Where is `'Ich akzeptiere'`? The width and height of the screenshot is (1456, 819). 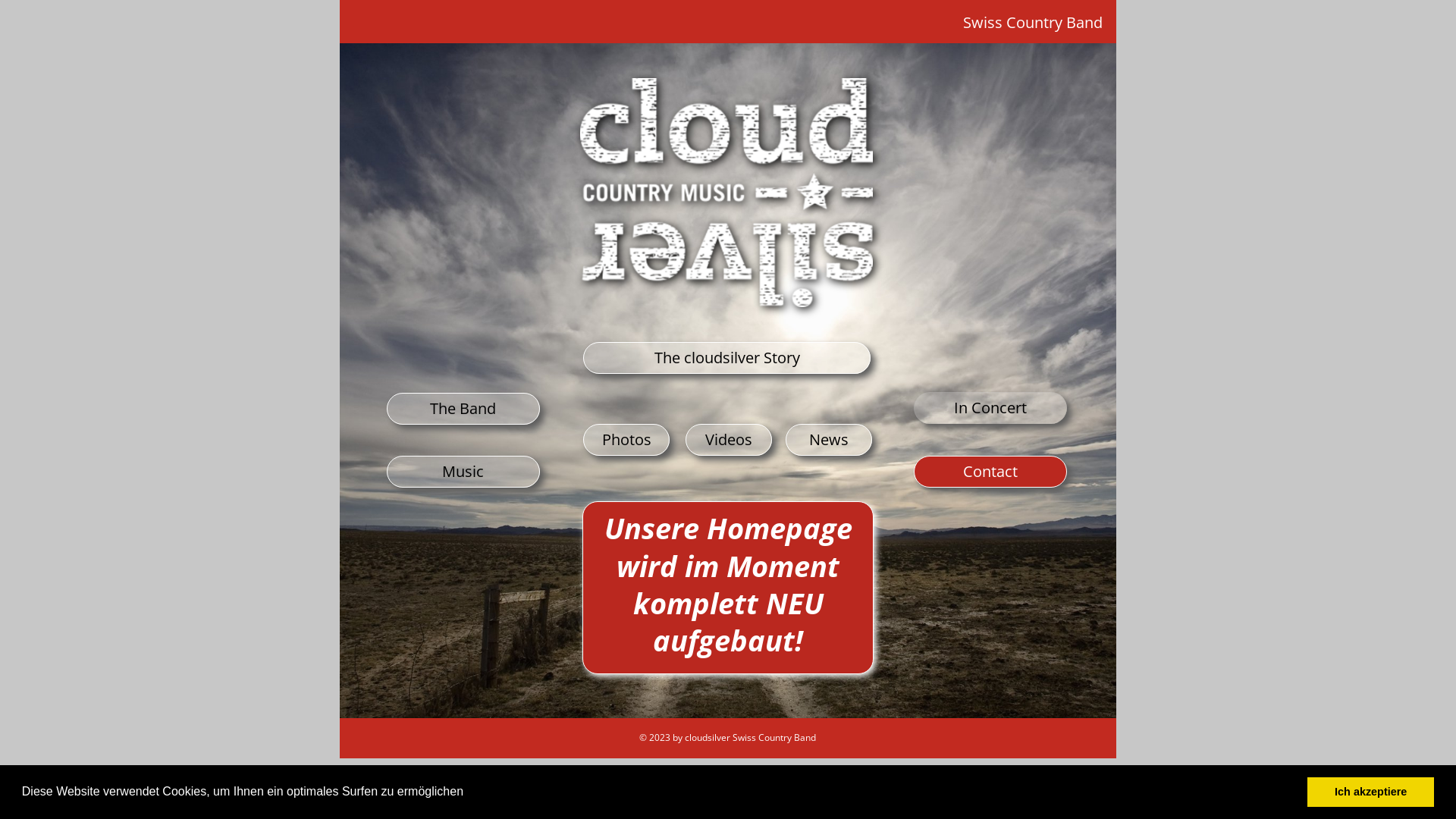 'Ich akzeptiere' is located at coordinates (1370, 791).